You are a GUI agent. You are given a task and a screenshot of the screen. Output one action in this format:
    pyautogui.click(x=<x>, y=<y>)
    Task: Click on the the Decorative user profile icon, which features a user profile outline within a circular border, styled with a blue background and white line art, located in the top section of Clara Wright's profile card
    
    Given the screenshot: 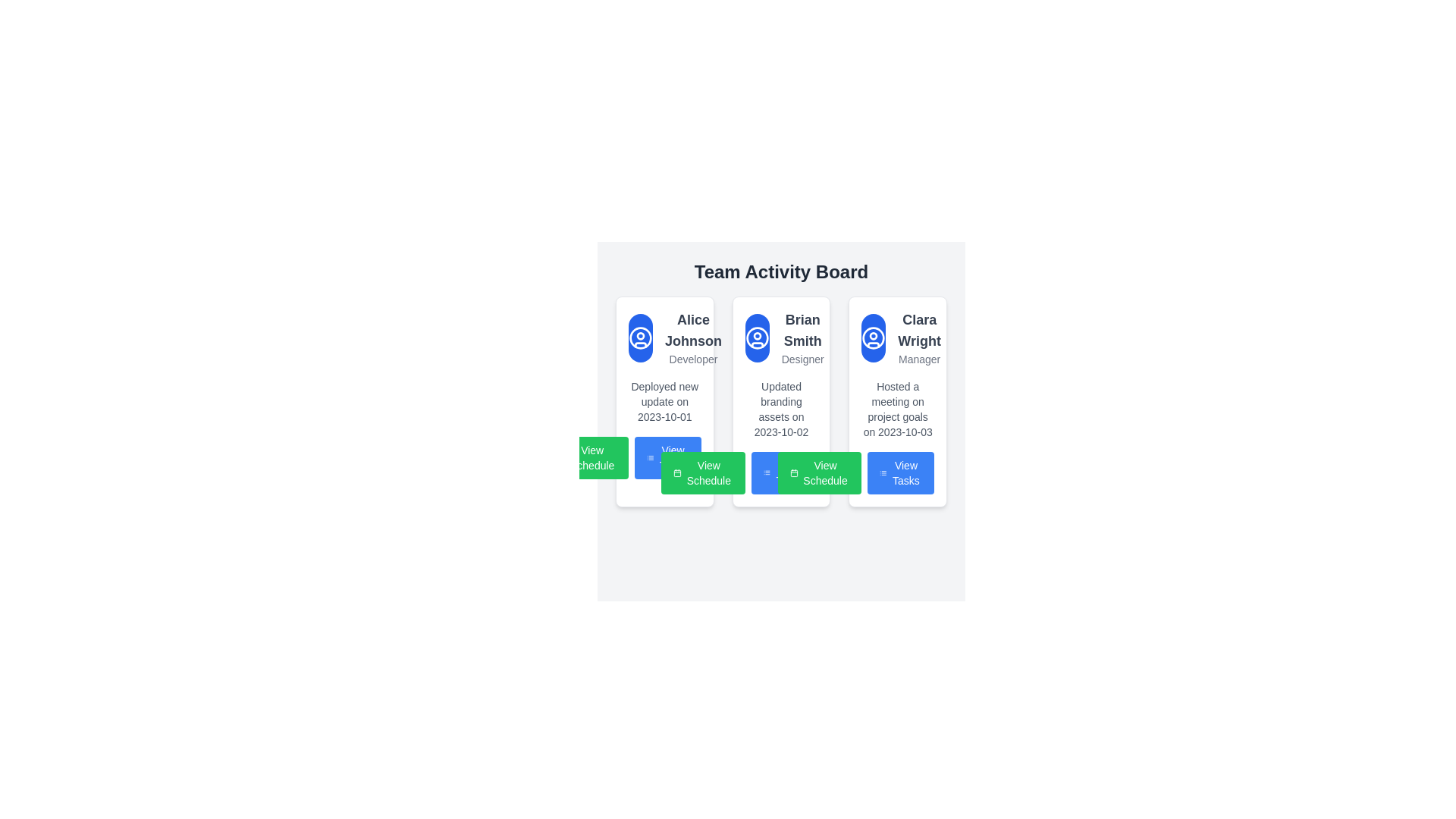 What is the action you would take?
    pyautogui.click(x=874, y=337)
    